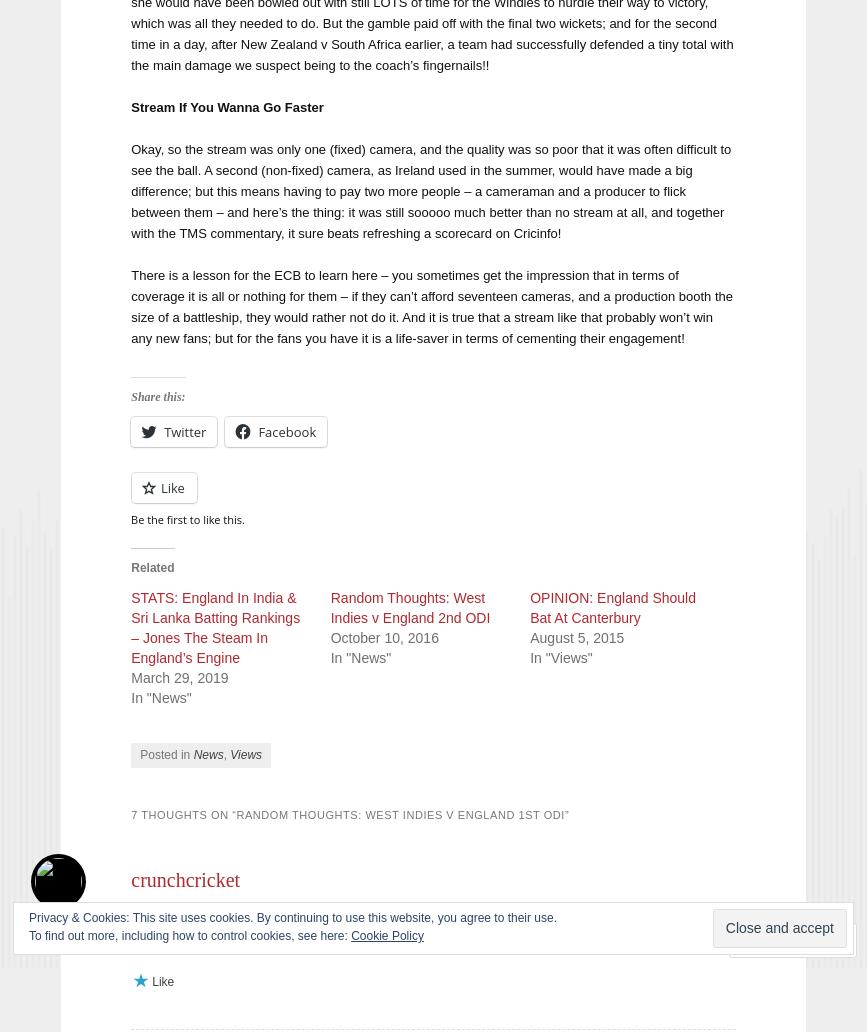 This screenshot has width=867, height=1032. What do you see at coordinates (157, 396) in the screenshot?
I see `'Share this:'` at bounding box center [157, 396].